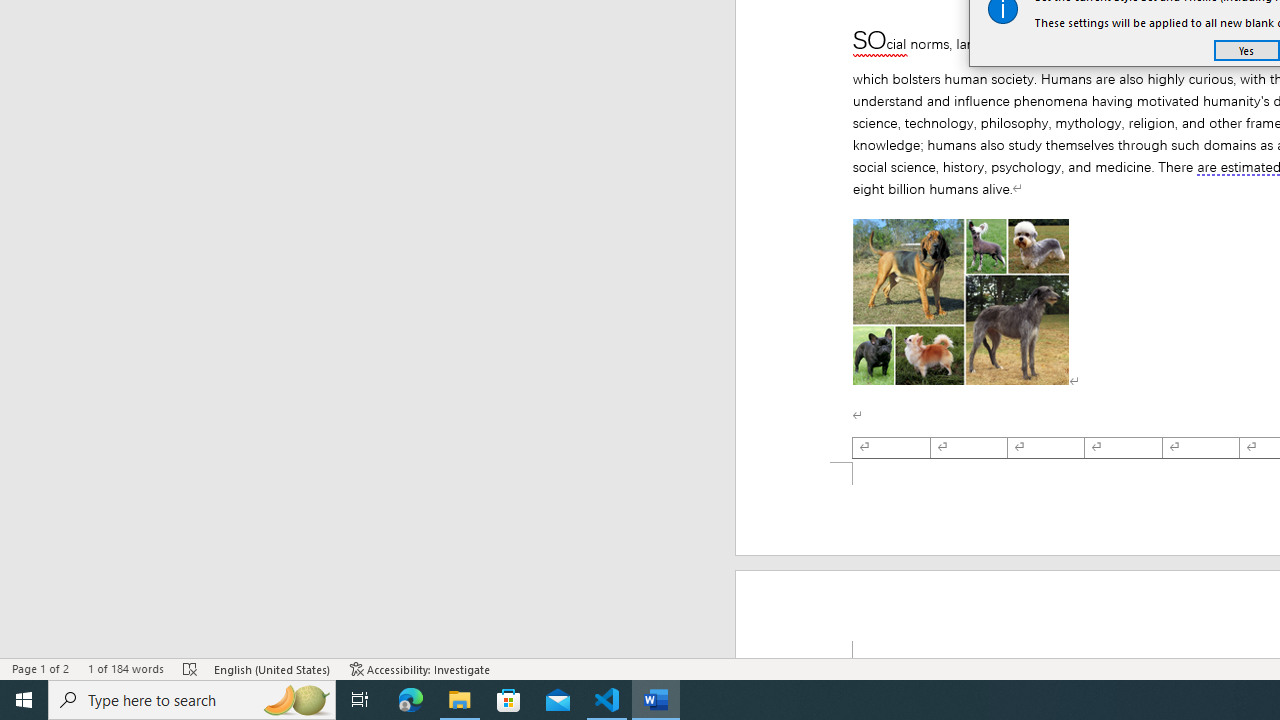 The width and height of the screenshot is (1280, 720). What do you see at coordinates (192, 698) in the screenshot?
I see `'Type here to search'` at bounding box center [192, 698].